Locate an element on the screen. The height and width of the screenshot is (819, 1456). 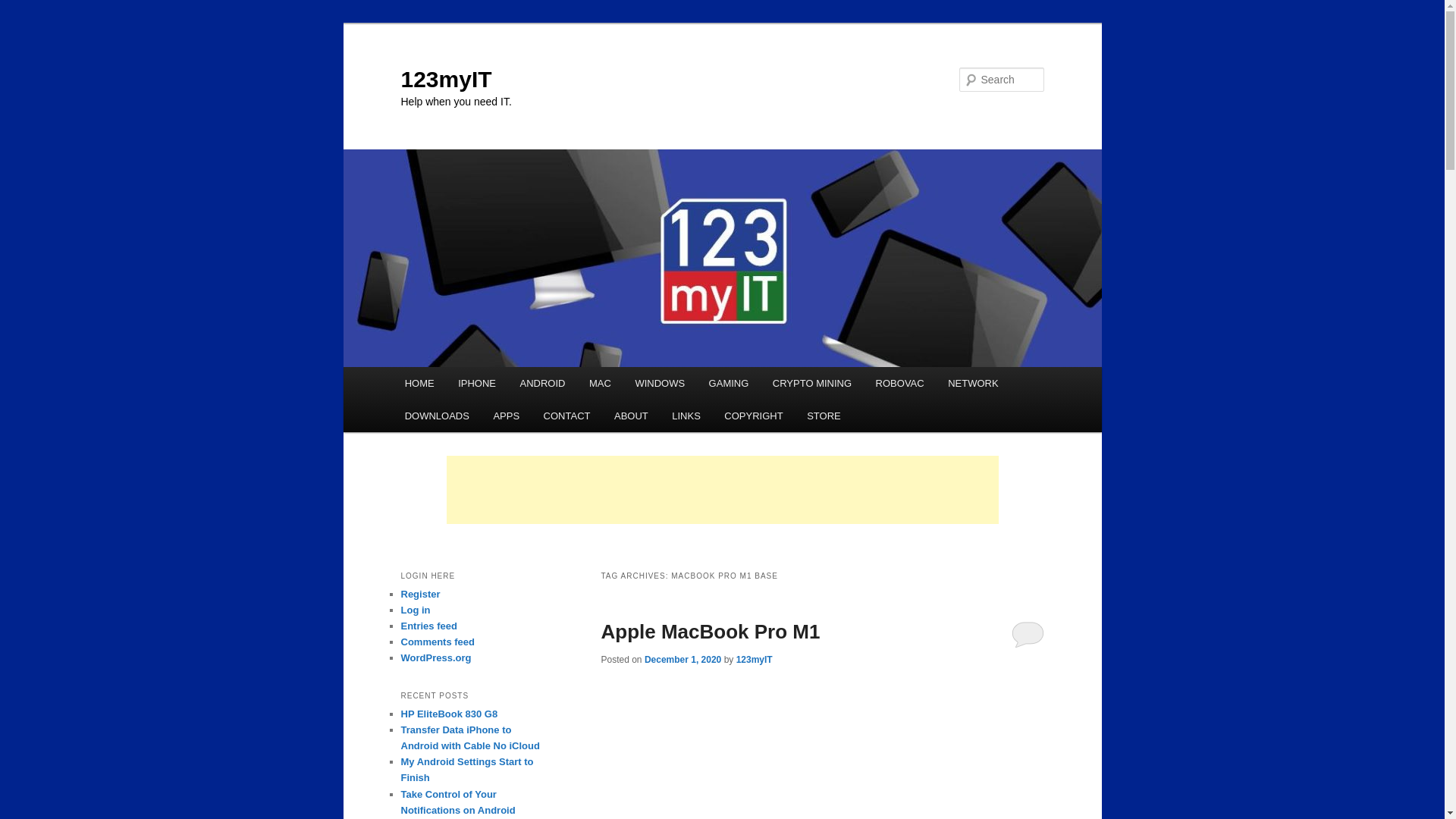
'Comments feed' is located at coordinates (436, 642).